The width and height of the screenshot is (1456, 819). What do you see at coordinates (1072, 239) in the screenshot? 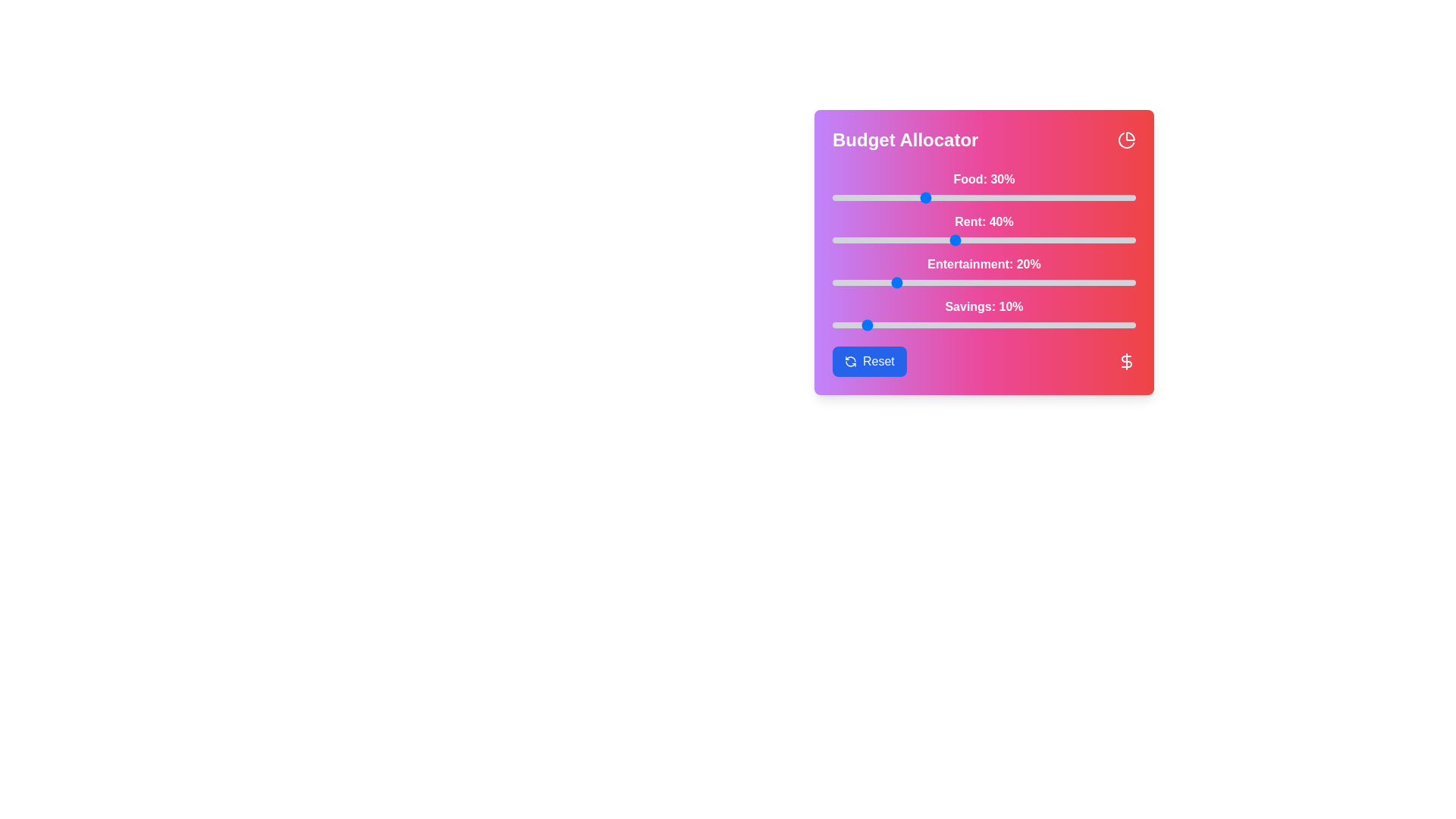
I see `the rent allocation` at bounding box center [1072, 239].